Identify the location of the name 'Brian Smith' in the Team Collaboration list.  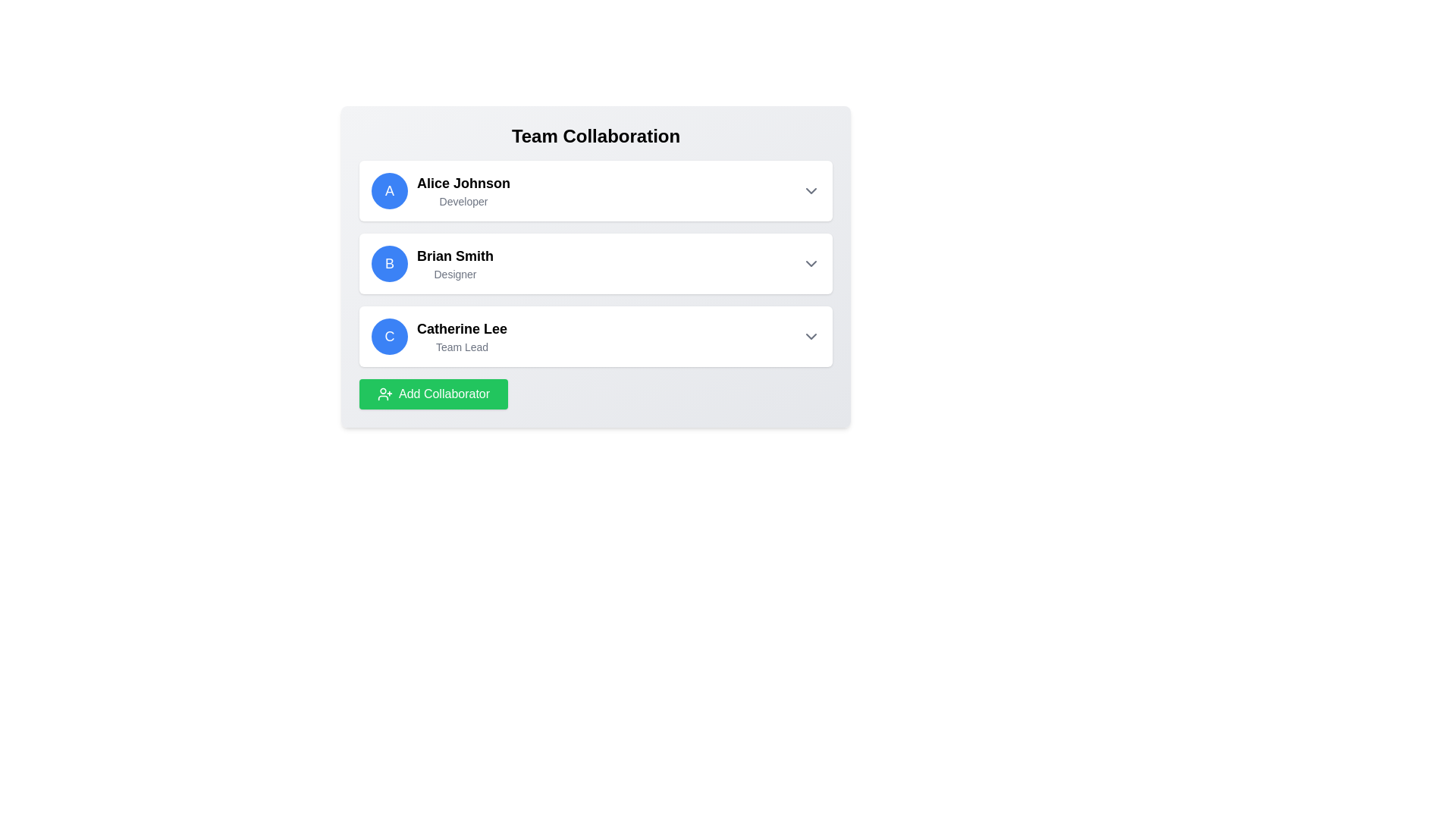
(431, 262).